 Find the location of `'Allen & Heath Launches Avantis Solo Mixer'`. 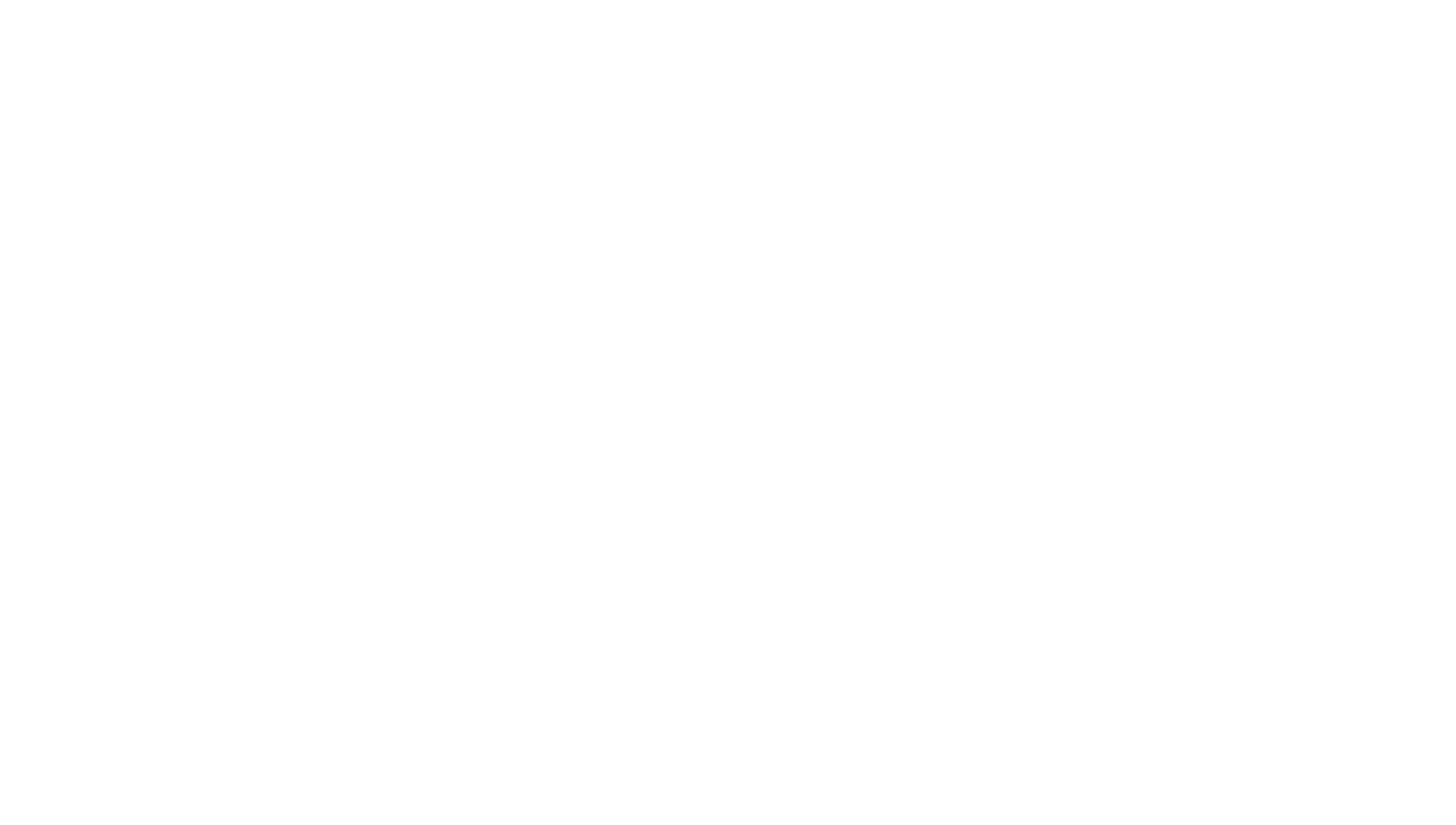

'Allen & Heath Launches Avantis Solo Mixer' is located at coordinates (620, 203).